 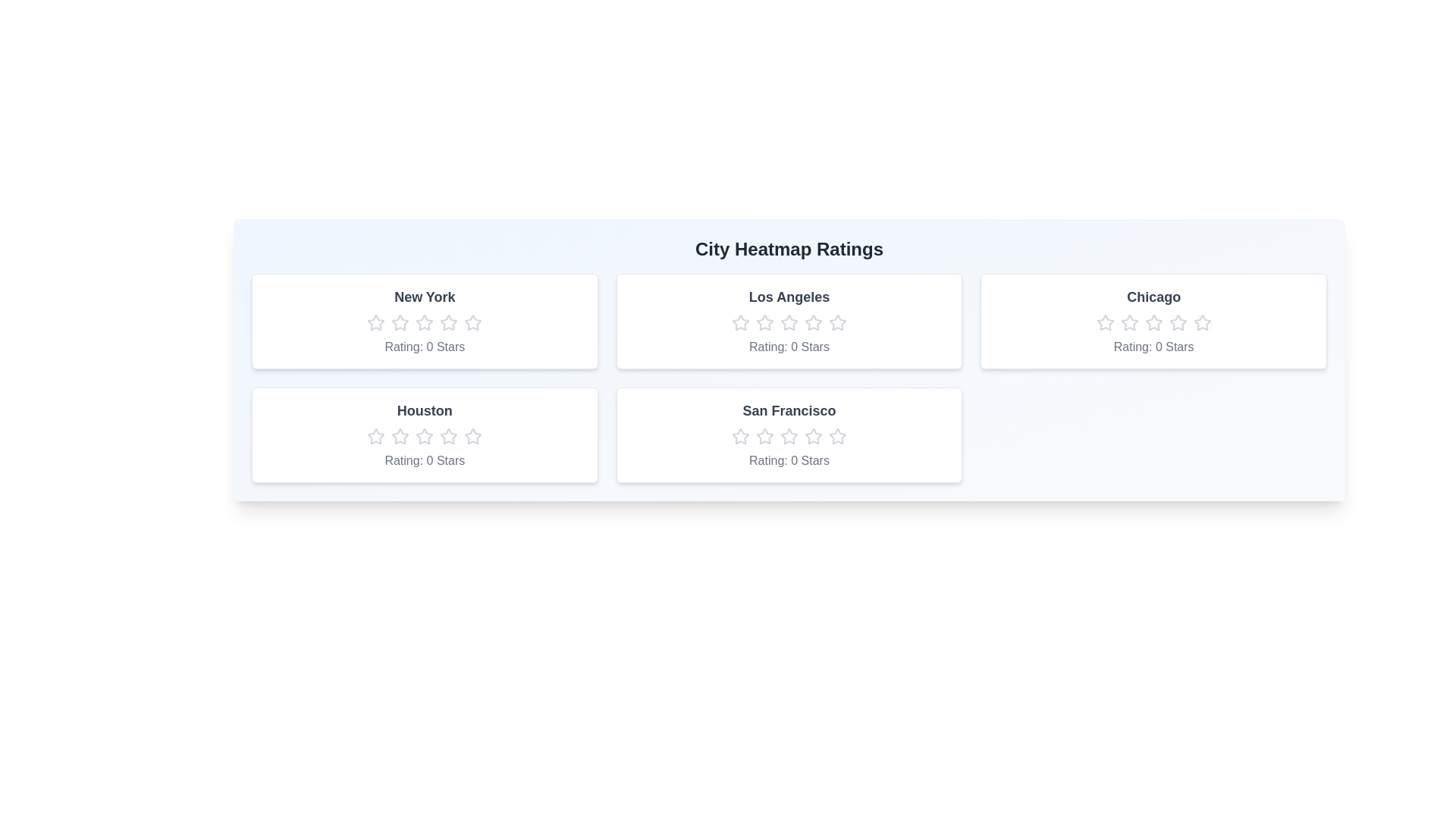 What do you see at coordinates (472, 322) in the screenshot?
I see `the New York rating star number 5` at bounding box center [472, 322].